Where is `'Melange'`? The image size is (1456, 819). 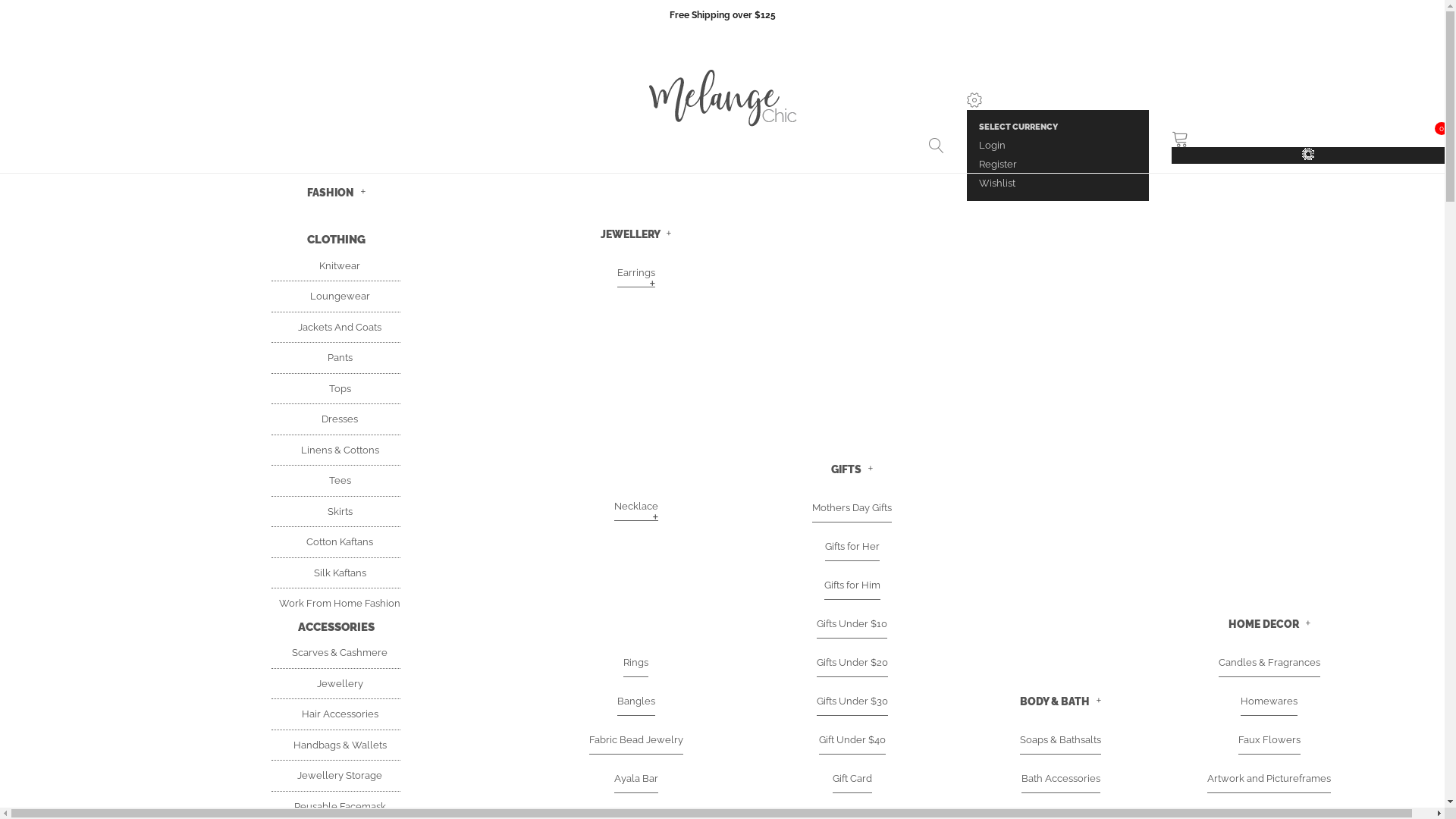 'Melange' is located at coordinates (720, 99).